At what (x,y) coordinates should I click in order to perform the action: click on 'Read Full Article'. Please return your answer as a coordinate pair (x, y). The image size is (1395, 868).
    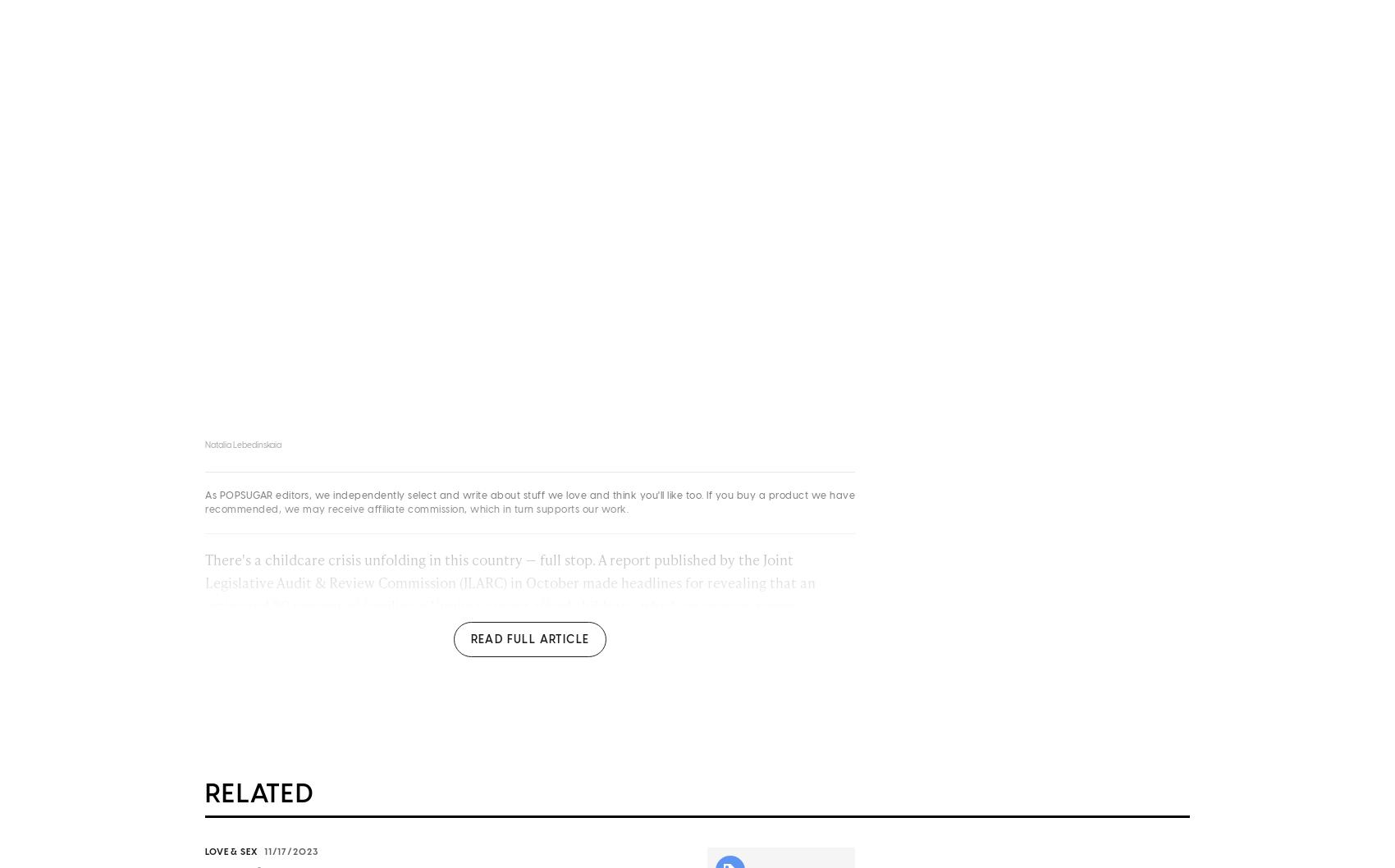
    Looking at the image, I should click on (529, 643).